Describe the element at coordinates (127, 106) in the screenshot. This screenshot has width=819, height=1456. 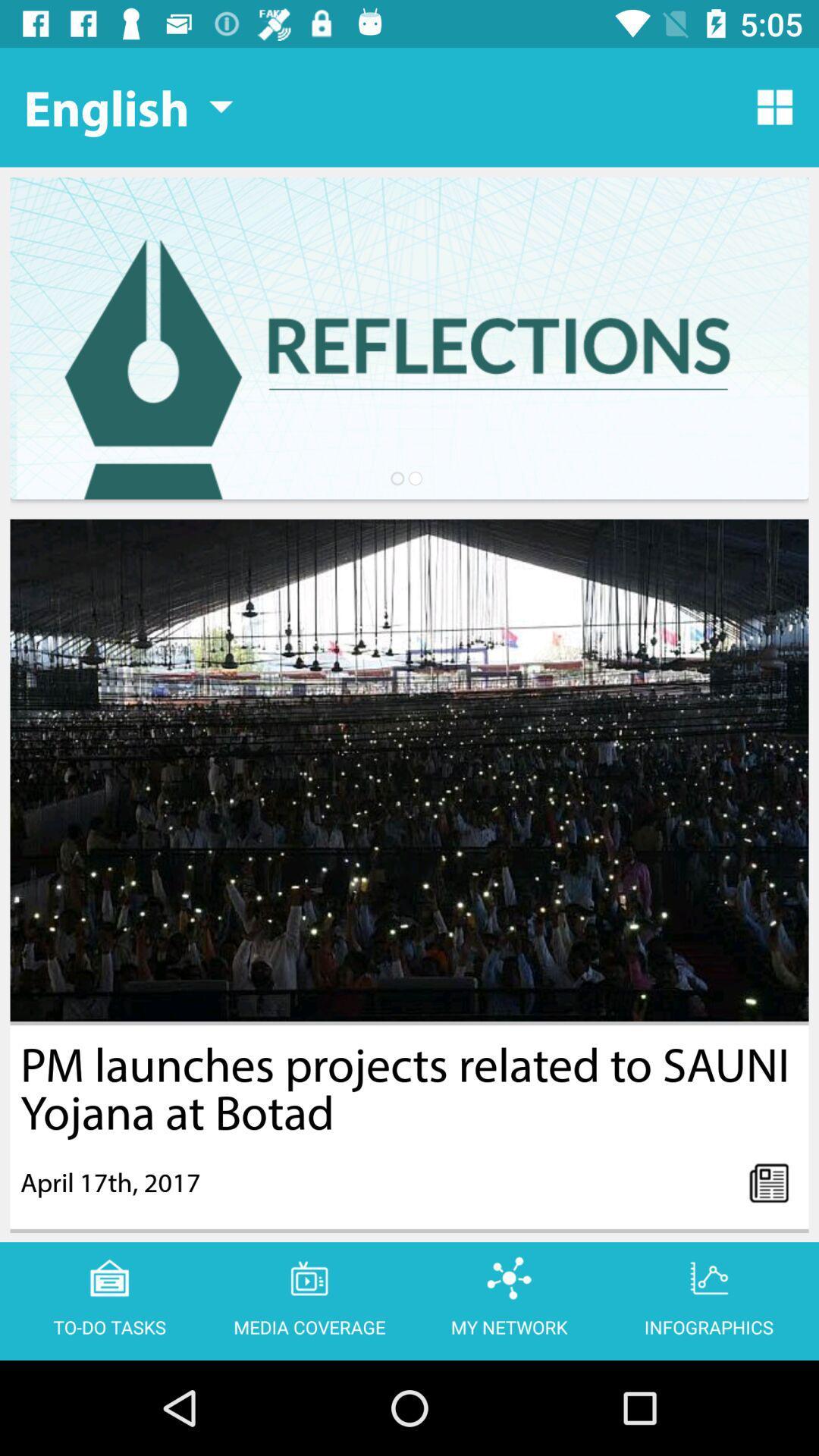
I see `the icon at the top left corner` at that location.